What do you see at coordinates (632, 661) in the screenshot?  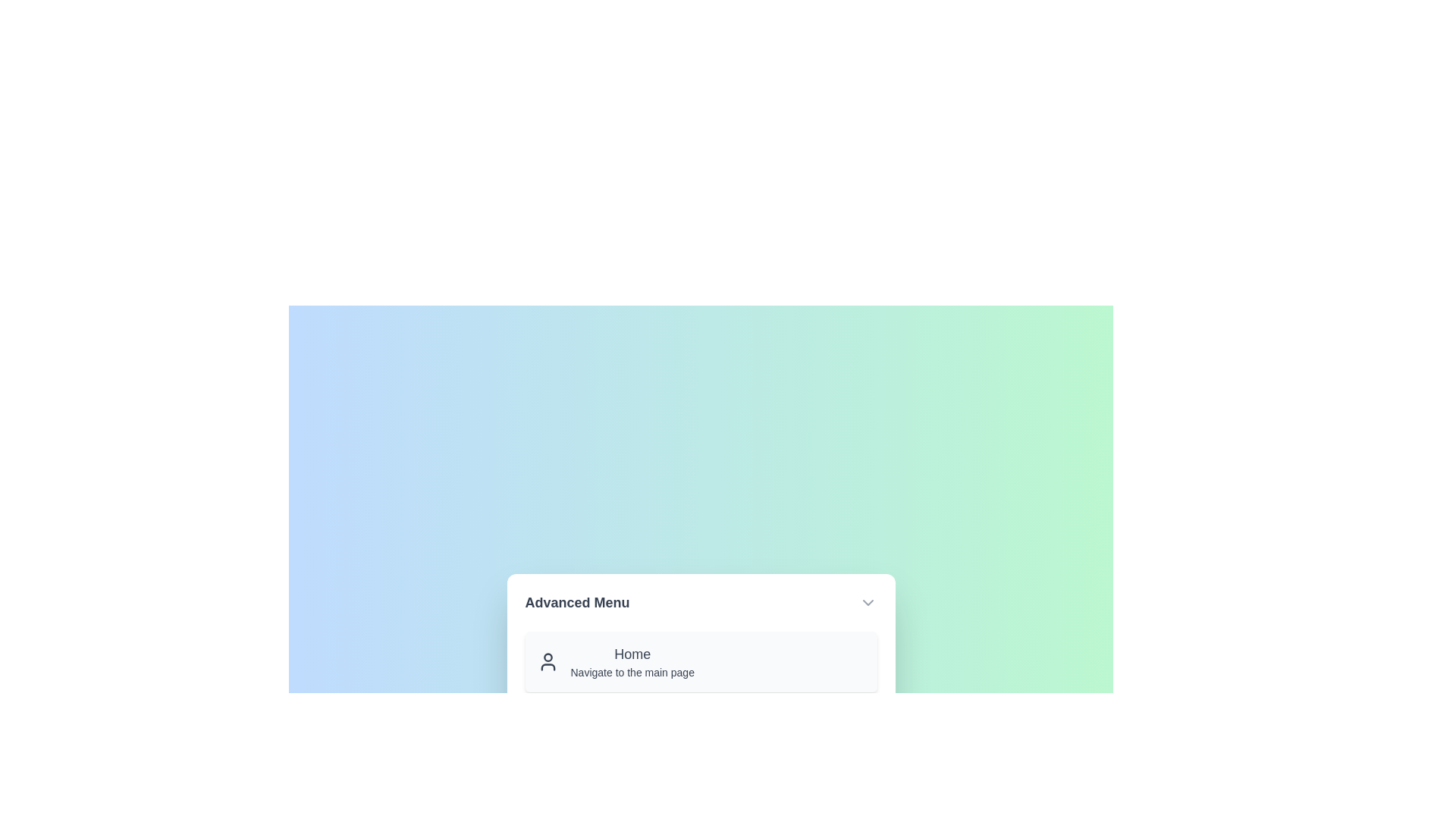 I see `the menu item Home from the menu` at bounding box center [632, 661].